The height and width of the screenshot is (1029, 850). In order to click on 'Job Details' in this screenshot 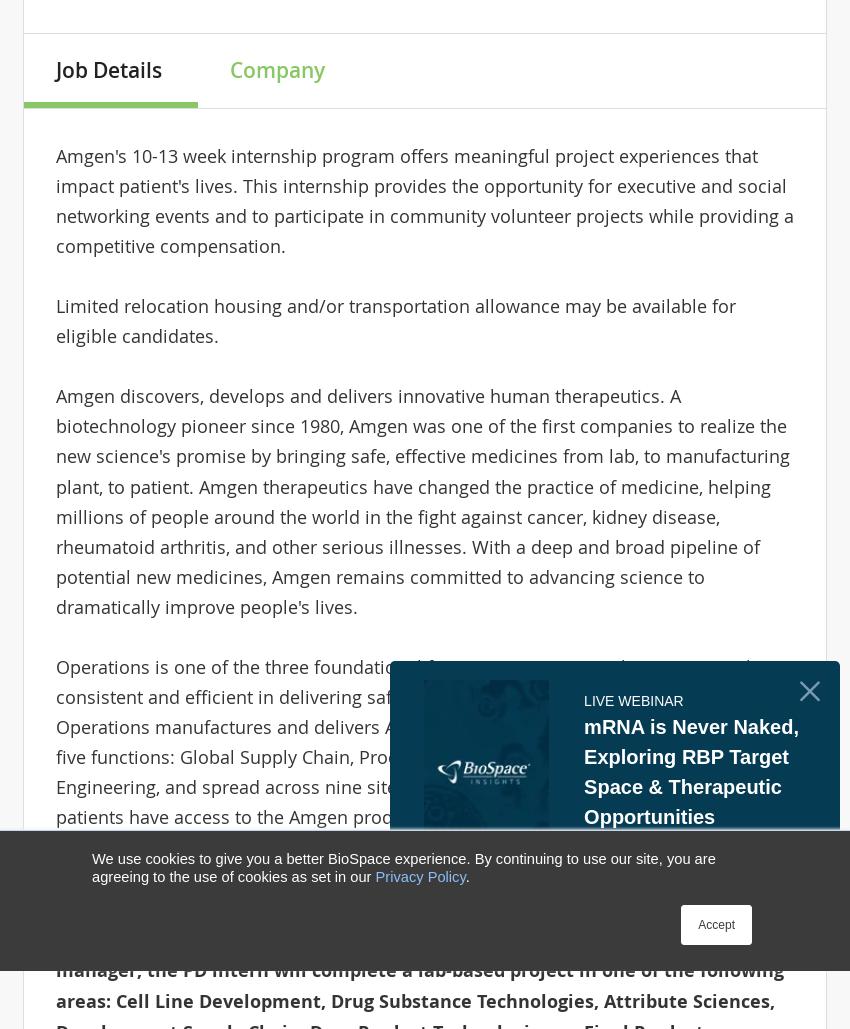, I will do `click(107, 69)`.